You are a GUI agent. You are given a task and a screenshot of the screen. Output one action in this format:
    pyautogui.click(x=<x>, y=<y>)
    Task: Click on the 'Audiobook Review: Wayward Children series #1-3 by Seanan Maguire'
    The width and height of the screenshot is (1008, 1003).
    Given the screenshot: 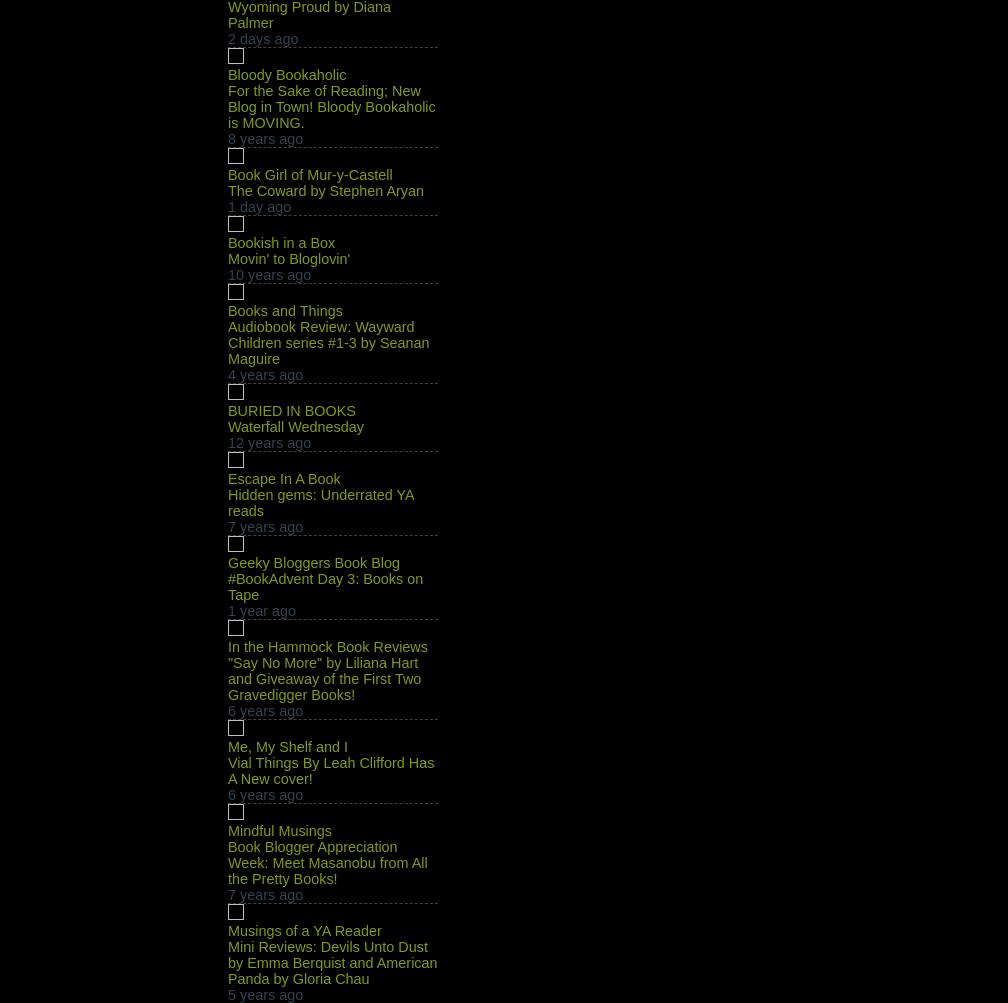 What is the action you would take?
    pyautogui.click(x=328, y=342)
    